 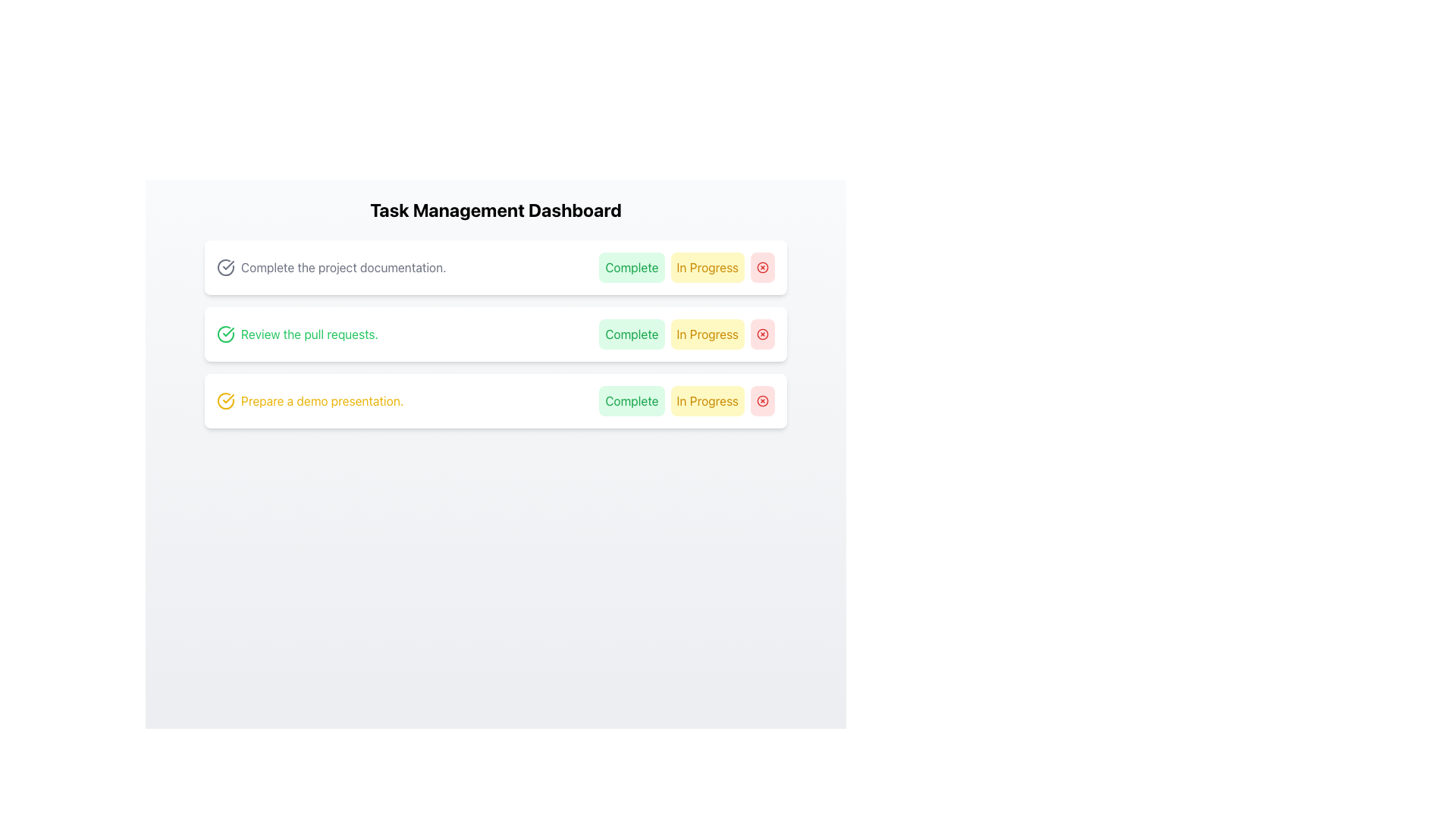 What do you see at coordinates (707, 400) in the screenshot?
I see `the 'In Progress' button, which is a rectangular button with rounded corners, light yellow background, and orange text, located in the third task row of the task management dashboard` at bounding box center [707, 400].